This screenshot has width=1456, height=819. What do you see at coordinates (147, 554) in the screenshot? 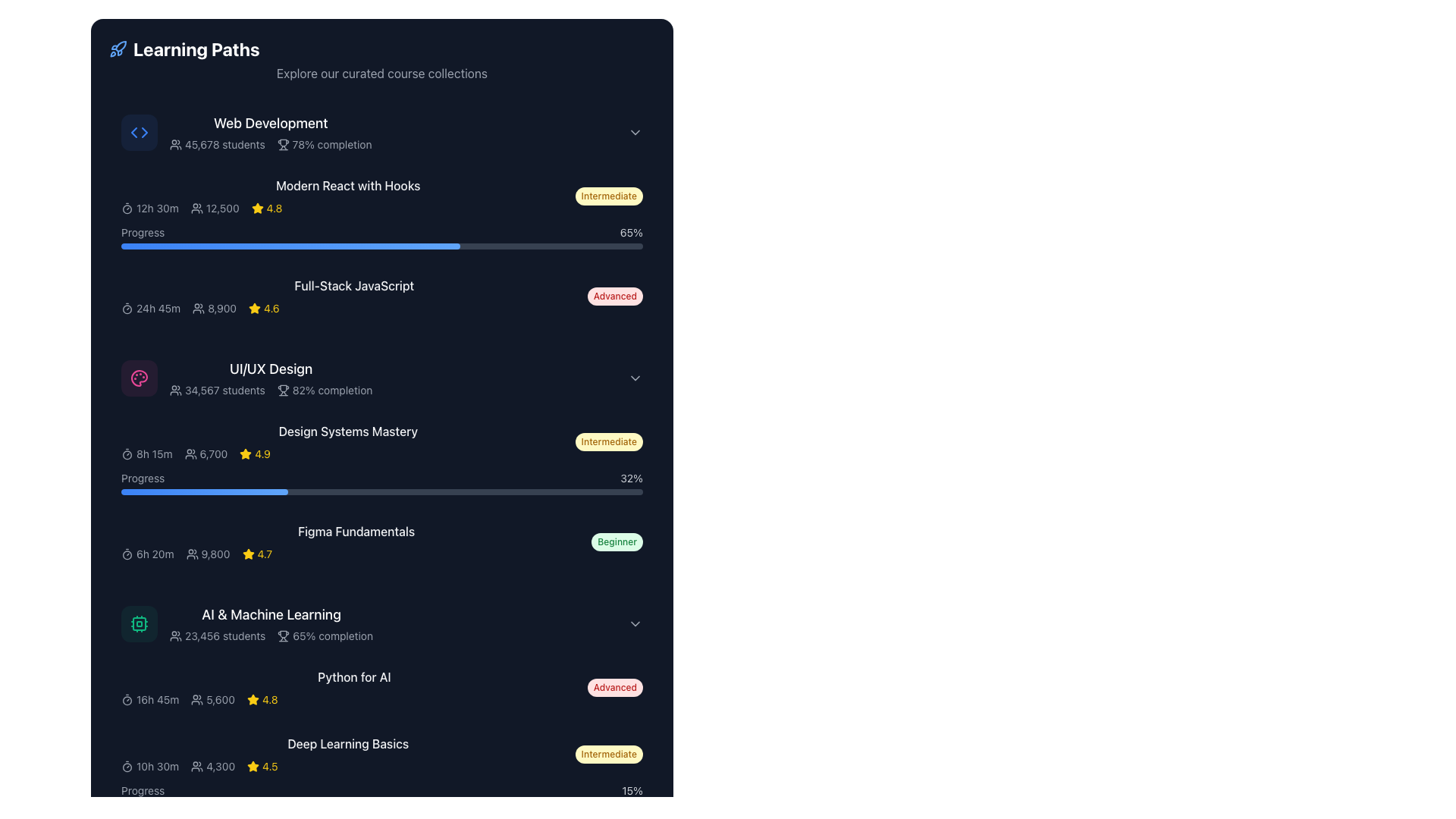
I see `the time duration element '6h 20m' with the stopwatch icon in the 'Figma Fundamentals' section of the learning paths list` at bounding box center [147, 554].